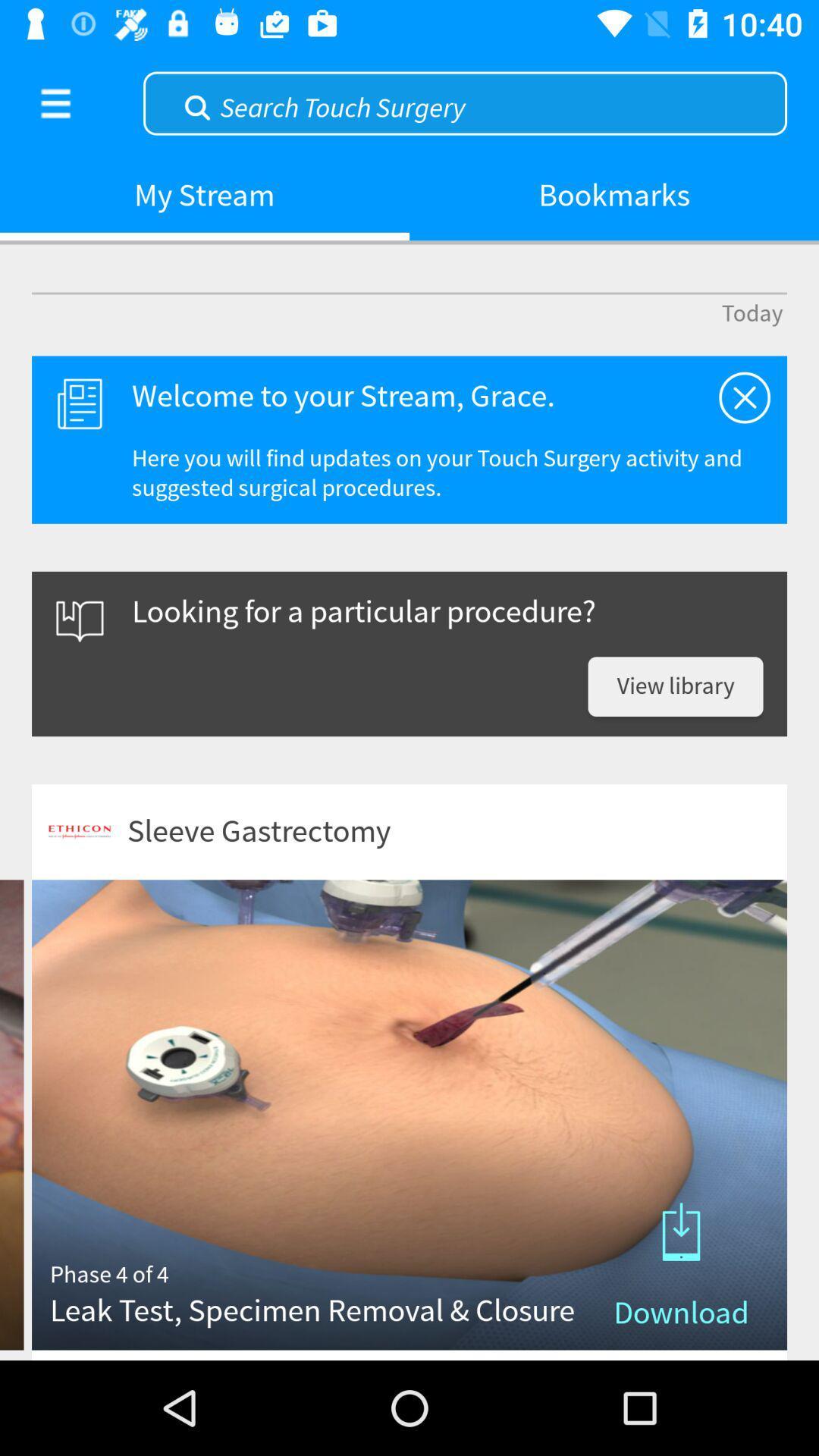  Describe the element at coordinates (464, 101) in the screenshot. I see `search bar` at that location.